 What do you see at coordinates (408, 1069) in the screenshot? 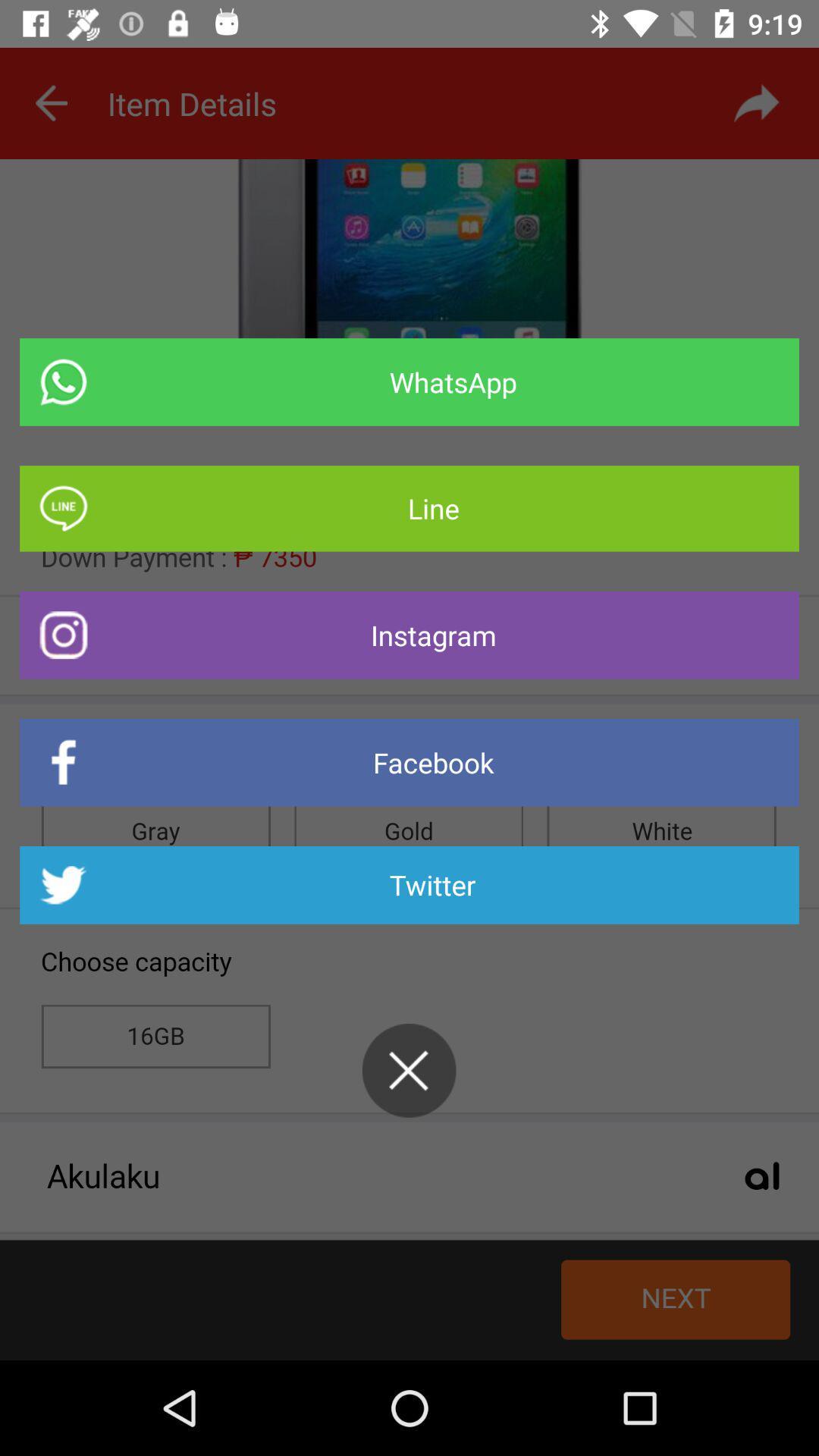
I see `exit out` at bounding box center [408, 1069].